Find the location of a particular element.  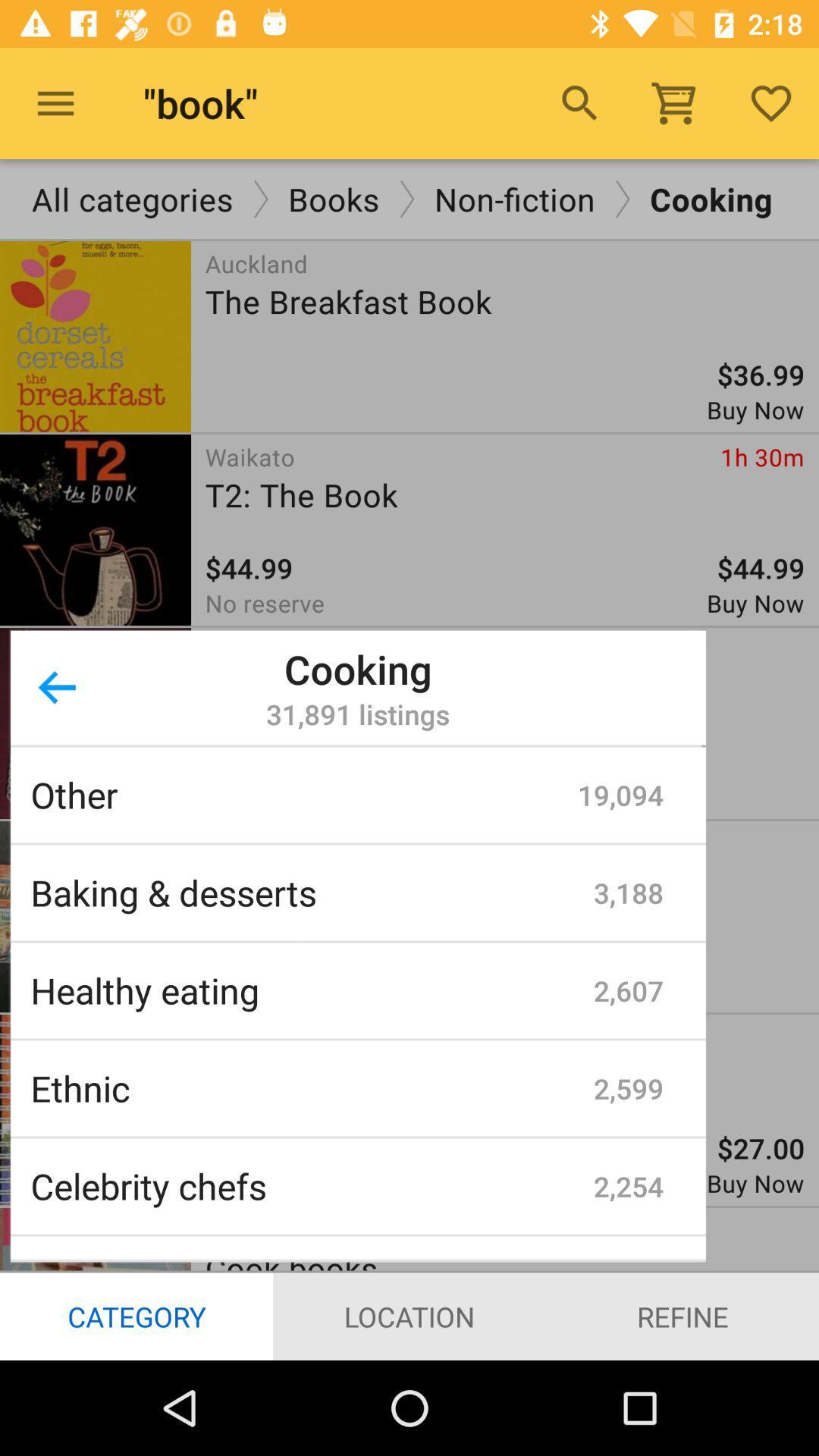

icon below the healthy eating is located at coordinates (311, 1087).